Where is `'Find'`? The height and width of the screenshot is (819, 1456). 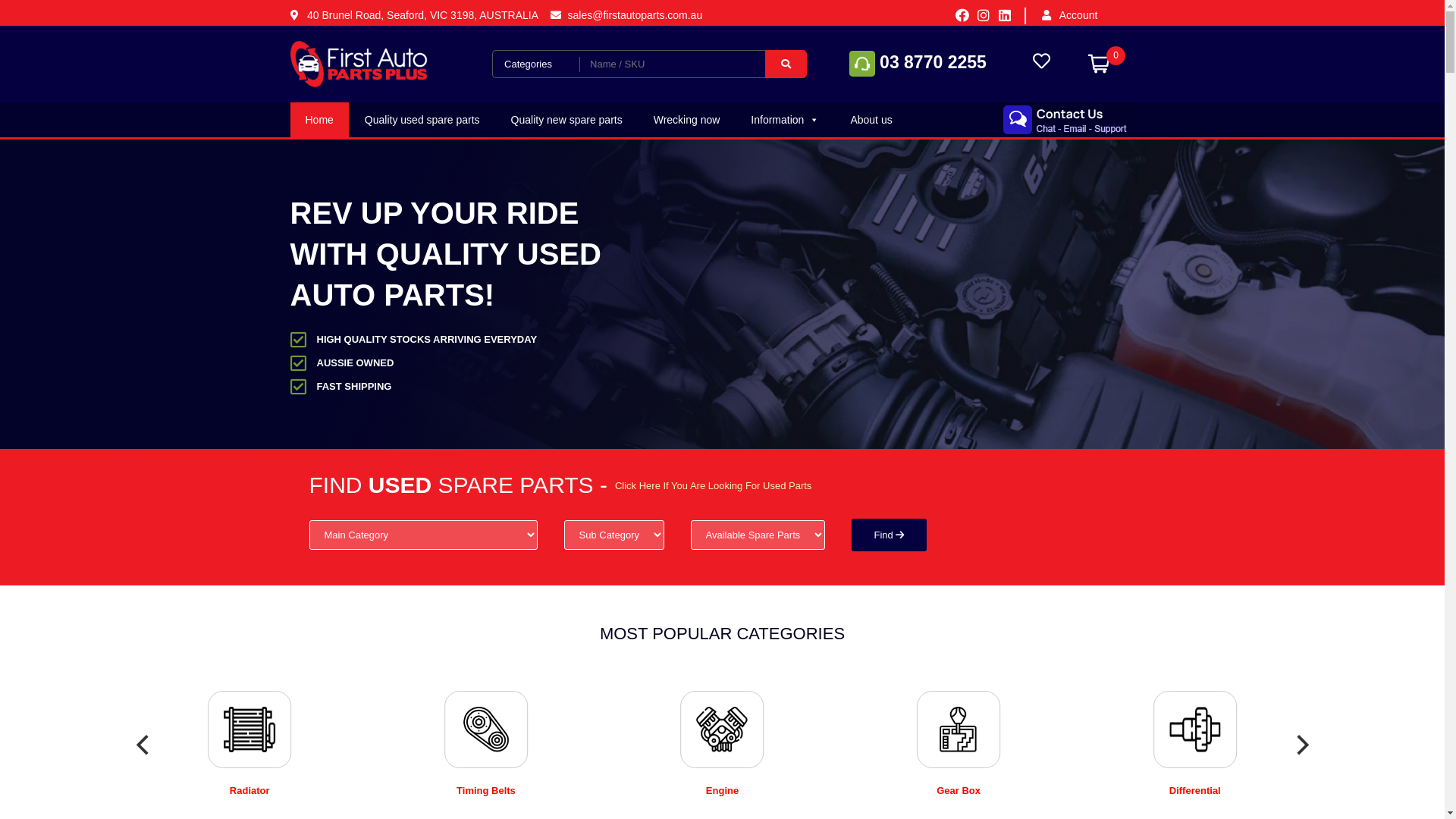
'Find' is located at coordinates (888, 534).